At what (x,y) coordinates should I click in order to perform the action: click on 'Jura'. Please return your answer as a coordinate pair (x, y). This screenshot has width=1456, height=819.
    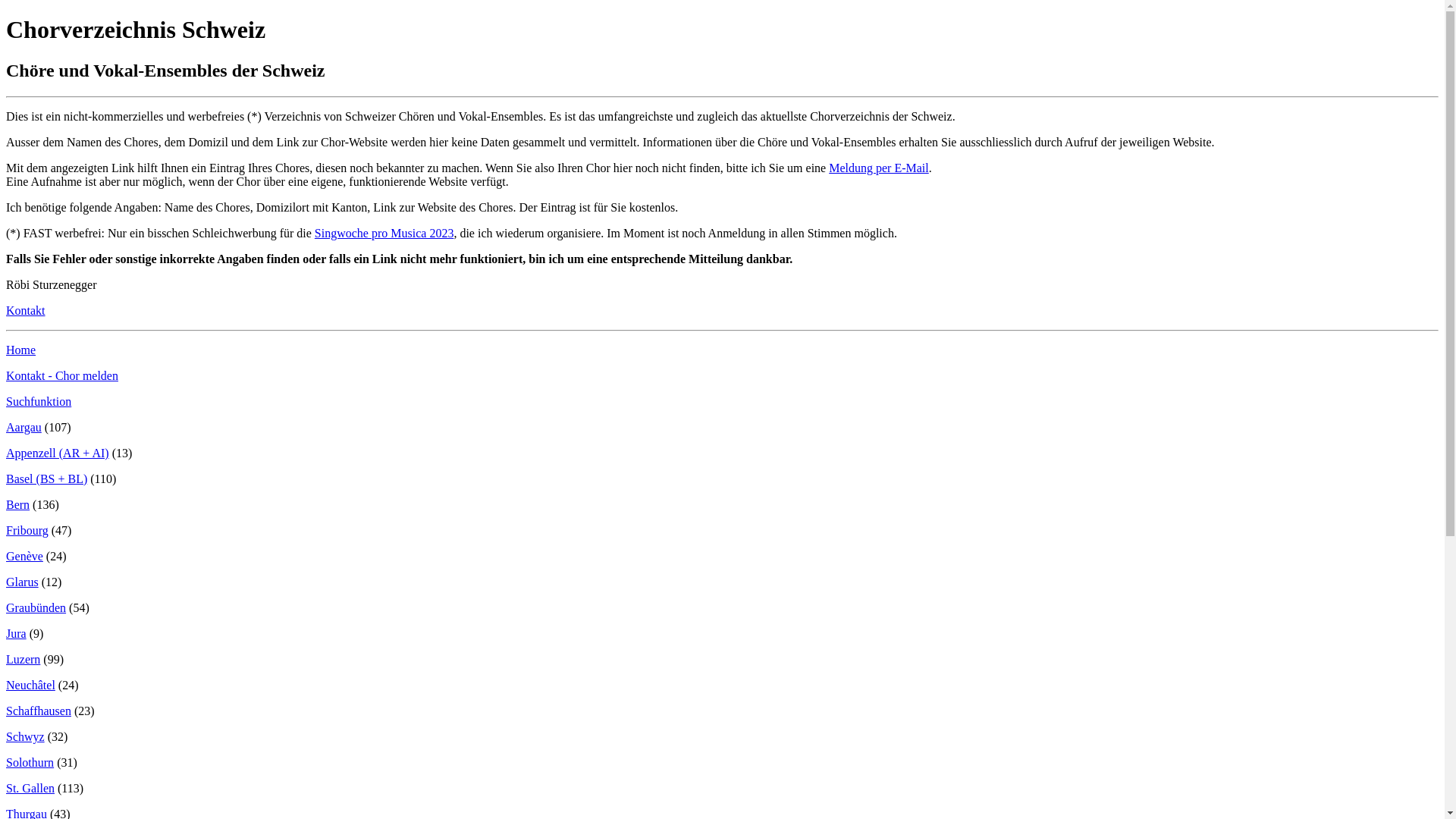
    Looking at the image, I should click on (16, 633).